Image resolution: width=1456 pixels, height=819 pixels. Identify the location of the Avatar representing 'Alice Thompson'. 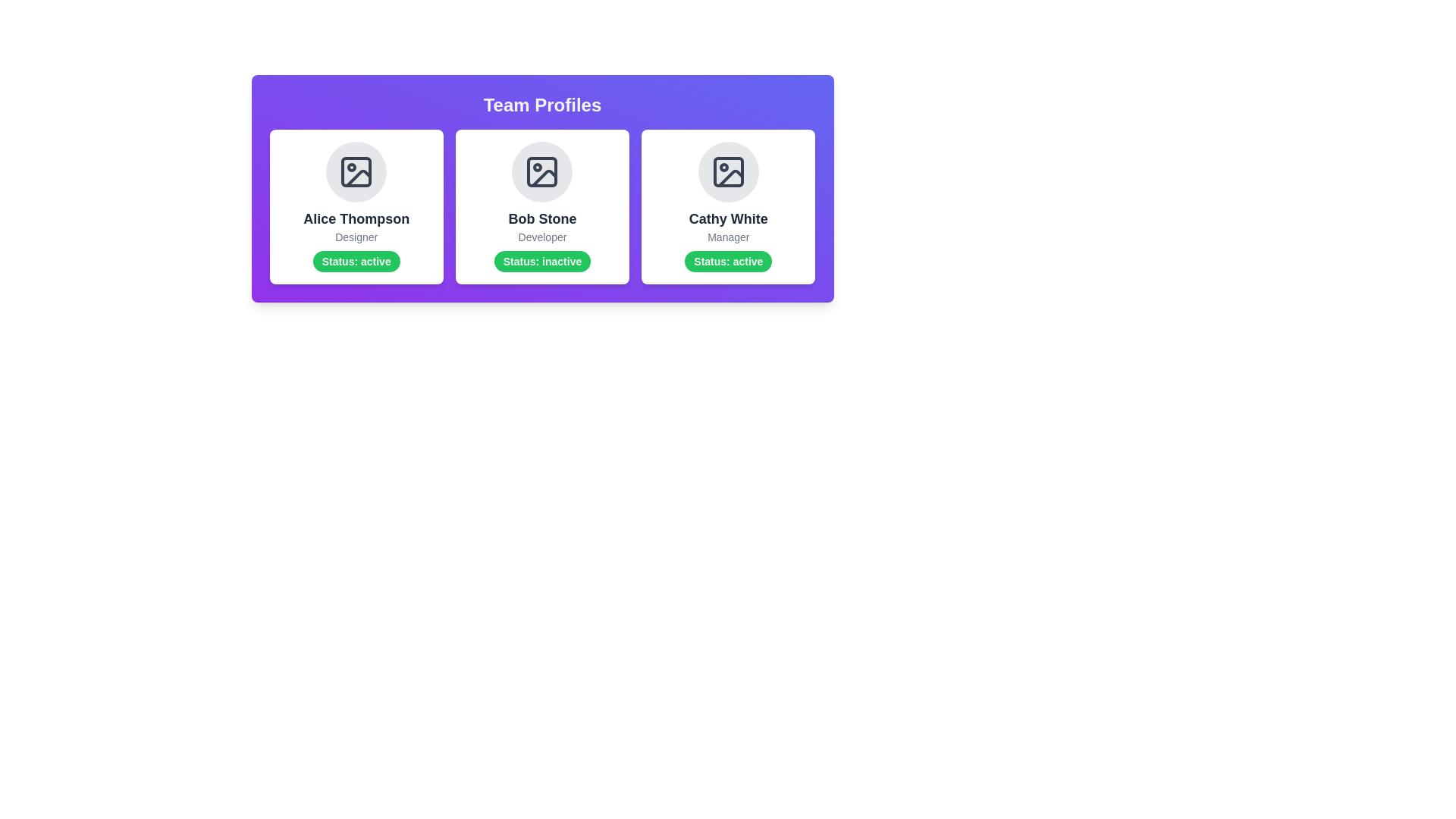
(356, 171).